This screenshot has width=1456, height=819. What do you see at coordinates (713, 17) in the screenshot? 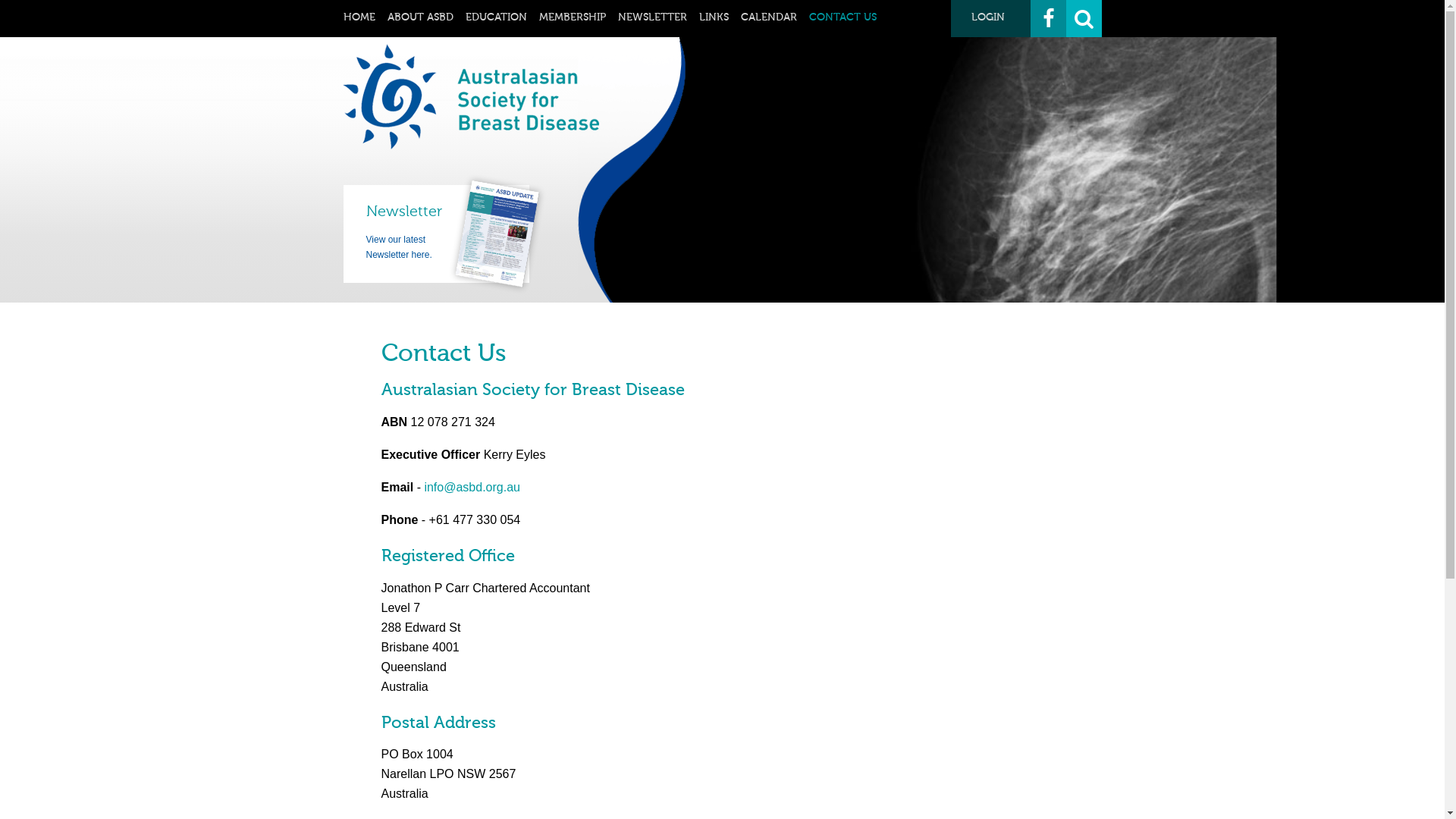
I see `'LINKS'` at bounding box center [713, 17].